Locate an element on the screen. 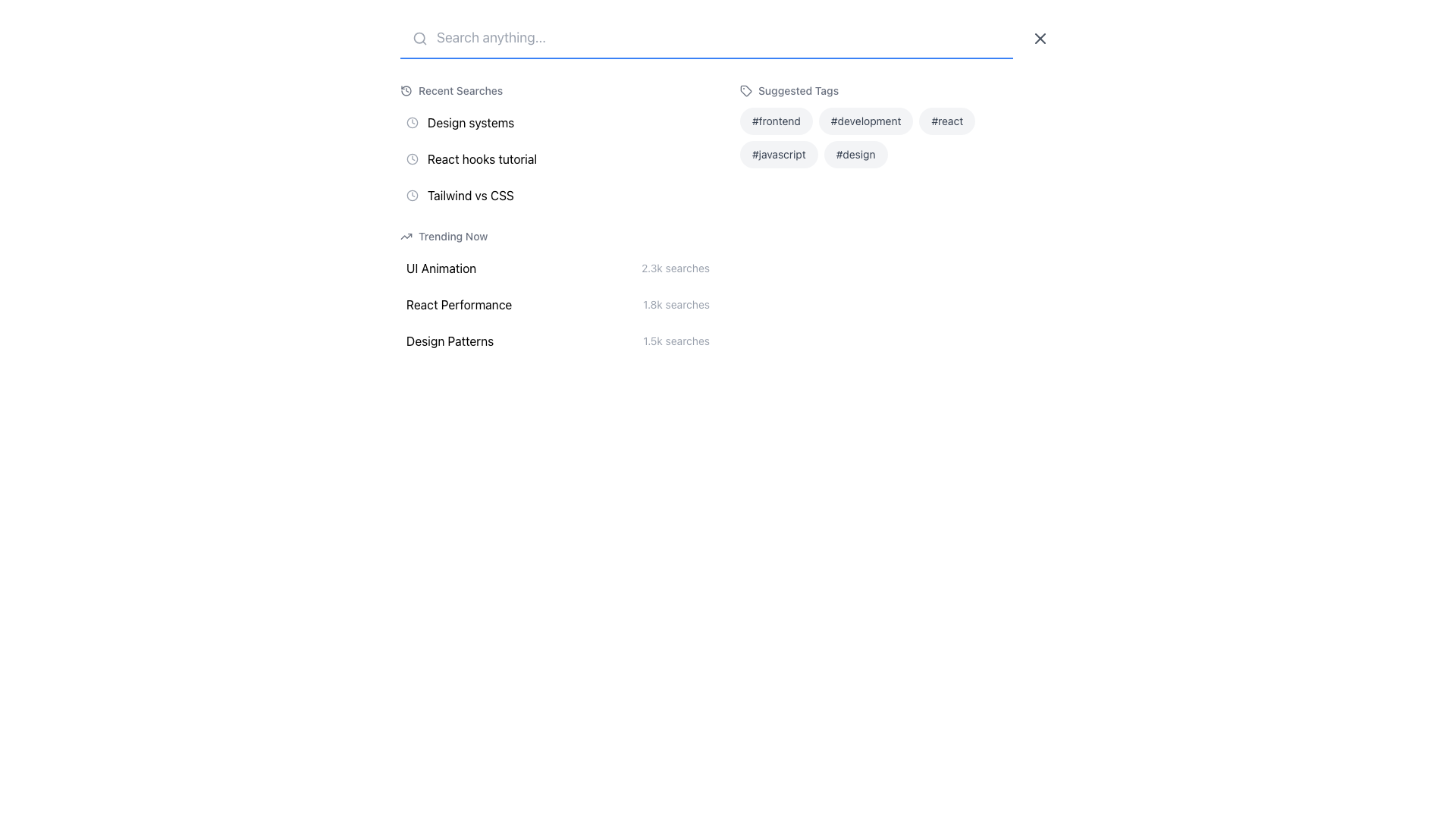  the 'design' tag button, which is the last tag in the second row of the 'Suggested Tags' list is located at coordinates (855, 155).